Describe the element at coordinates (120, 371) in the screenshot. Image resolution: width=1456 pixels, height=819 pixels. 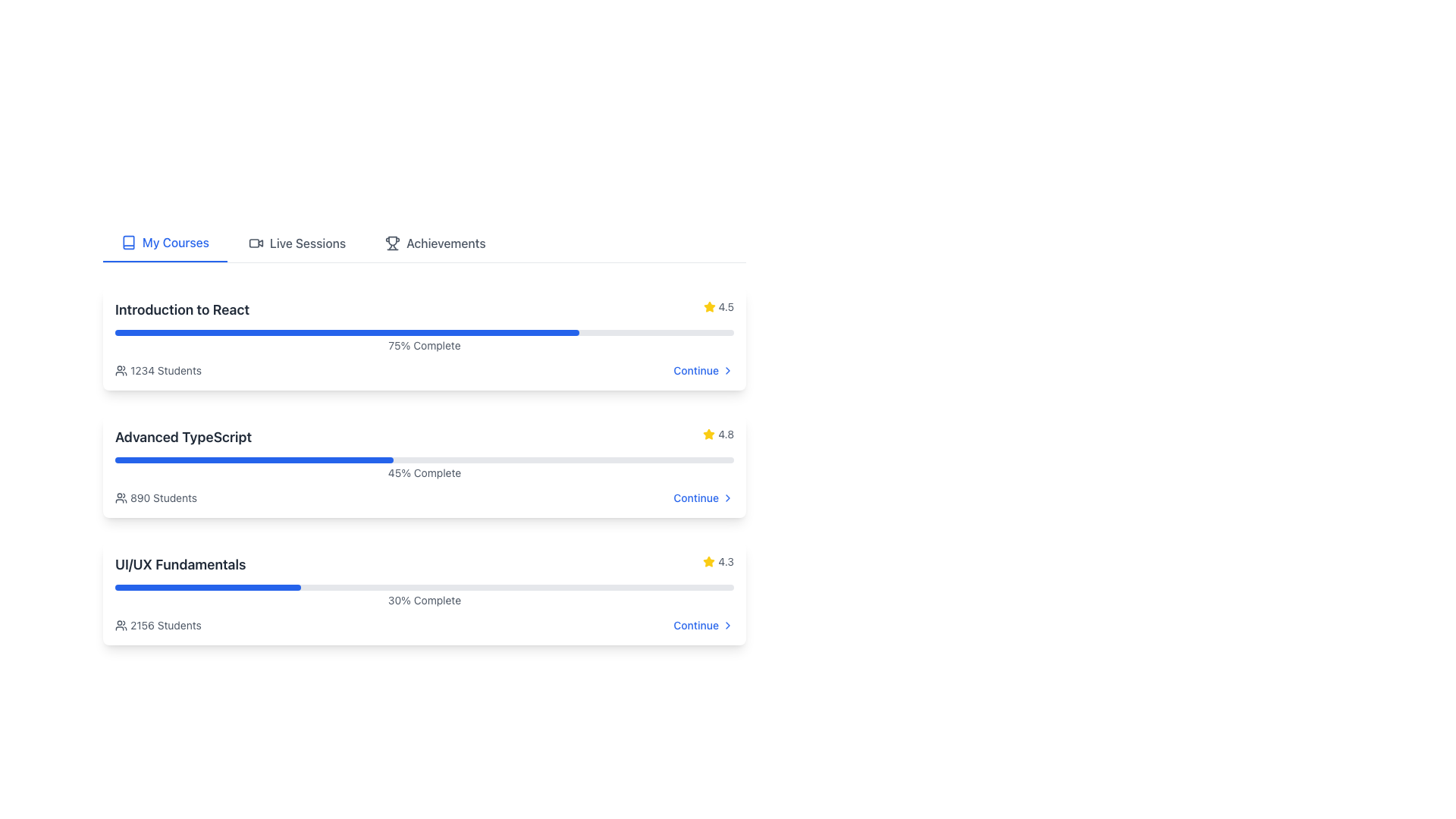
I see `the student icon SVG graphic located to the left of the text '1234 Students' in the 'Introduction to React' section` at that location.